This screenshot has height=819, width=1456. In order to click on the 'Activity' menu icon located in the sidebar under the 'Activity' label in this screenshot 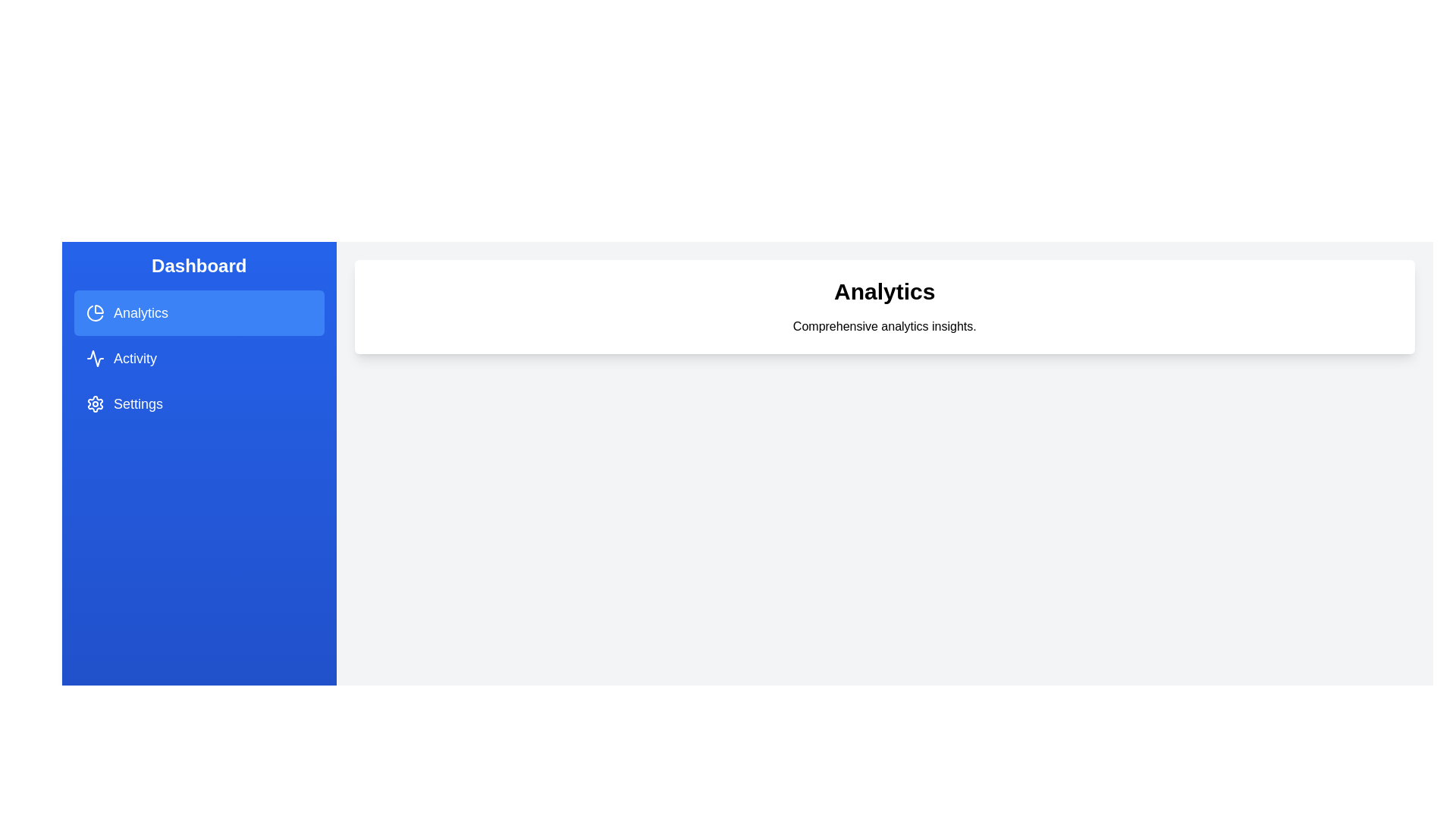, I will do `click(94, 359)`.